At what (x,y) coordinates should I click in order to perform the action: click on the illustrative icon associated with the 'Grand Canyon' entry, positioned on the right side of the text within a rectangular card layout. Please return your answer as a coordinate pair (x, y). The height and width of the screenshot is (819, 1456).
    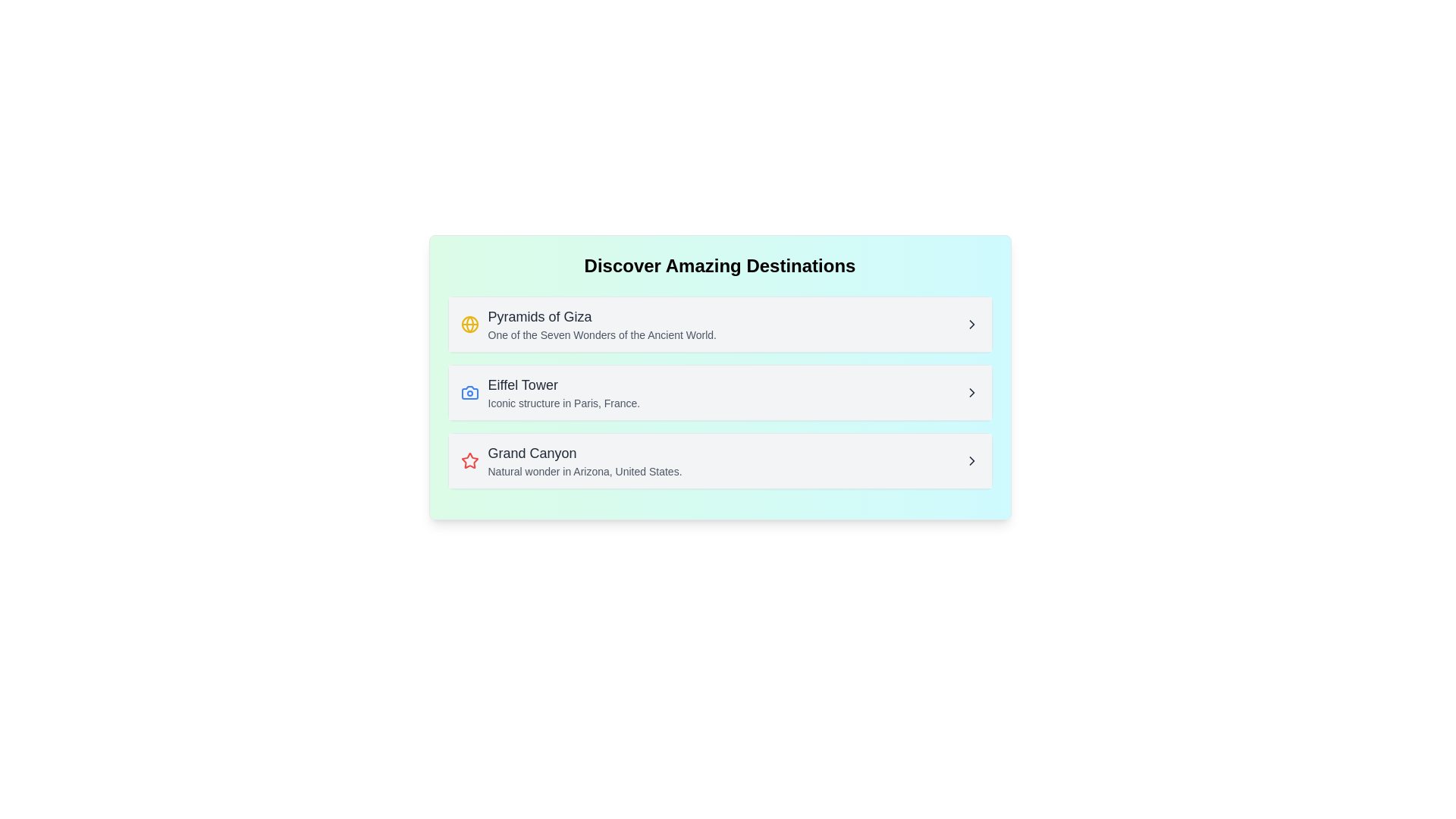
    Looking at the image, I should click on (469, 460).